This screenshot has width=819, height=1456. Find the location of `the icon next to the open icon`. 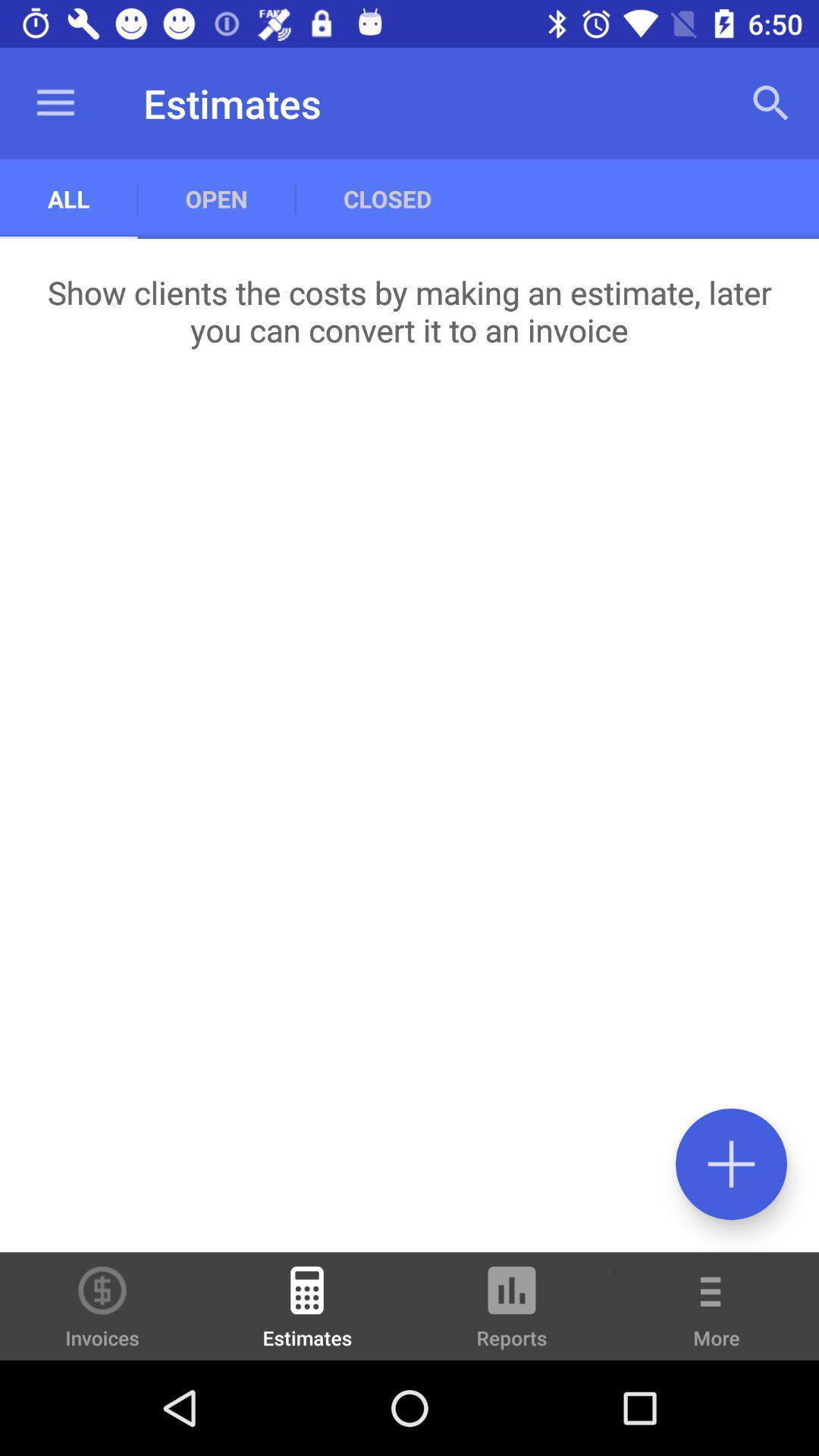

the icon next to the open icon is located at coordinates (55, 102).